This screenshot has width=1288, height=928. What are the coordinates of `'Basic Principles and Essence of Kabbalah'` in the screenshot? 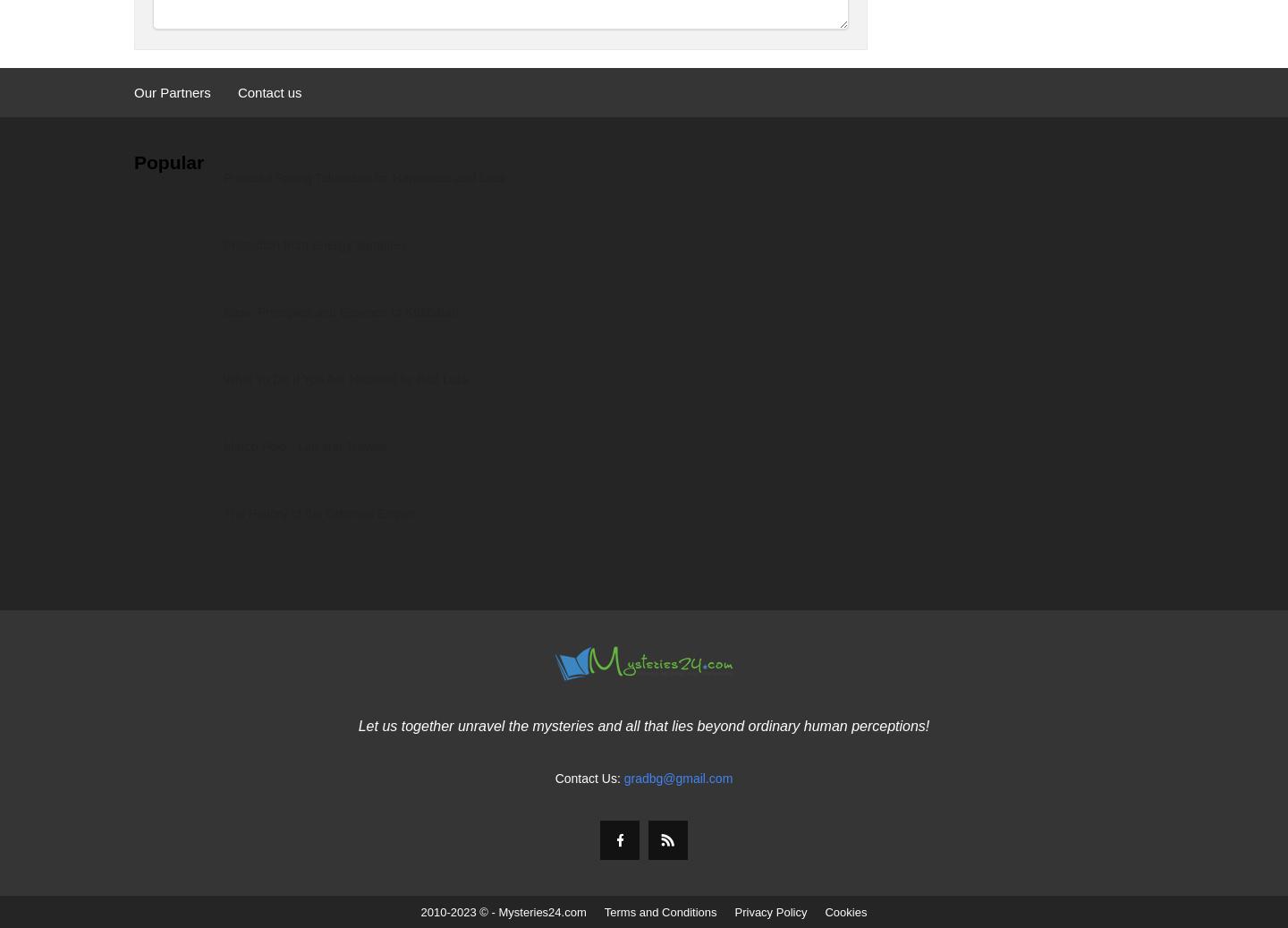 It's located at (340, 311).